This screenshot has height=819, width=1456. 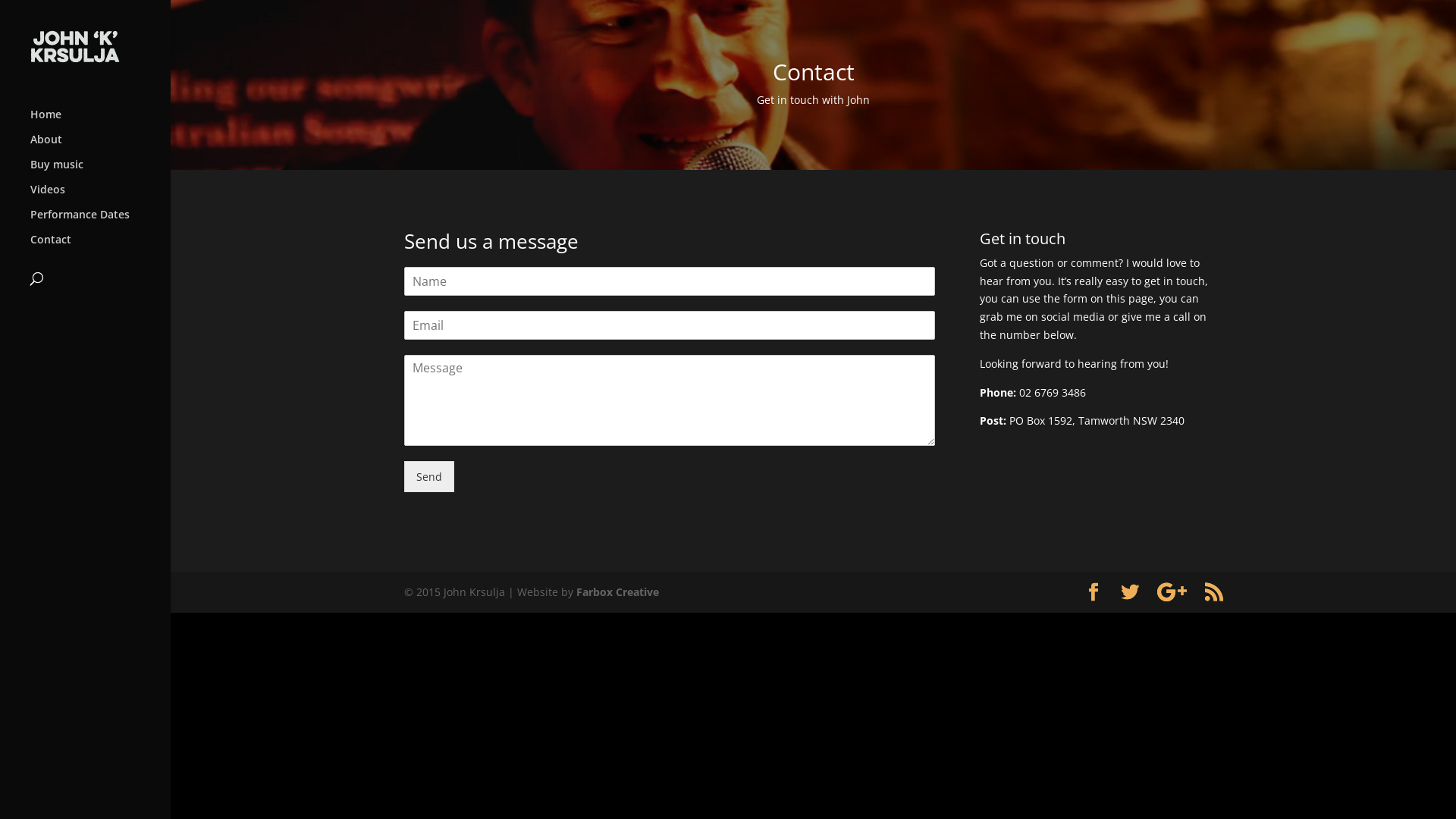 What do you see at coordinates (99, 121) in the screenshot?
I see `'Home'` at bounding box center [99, 121].